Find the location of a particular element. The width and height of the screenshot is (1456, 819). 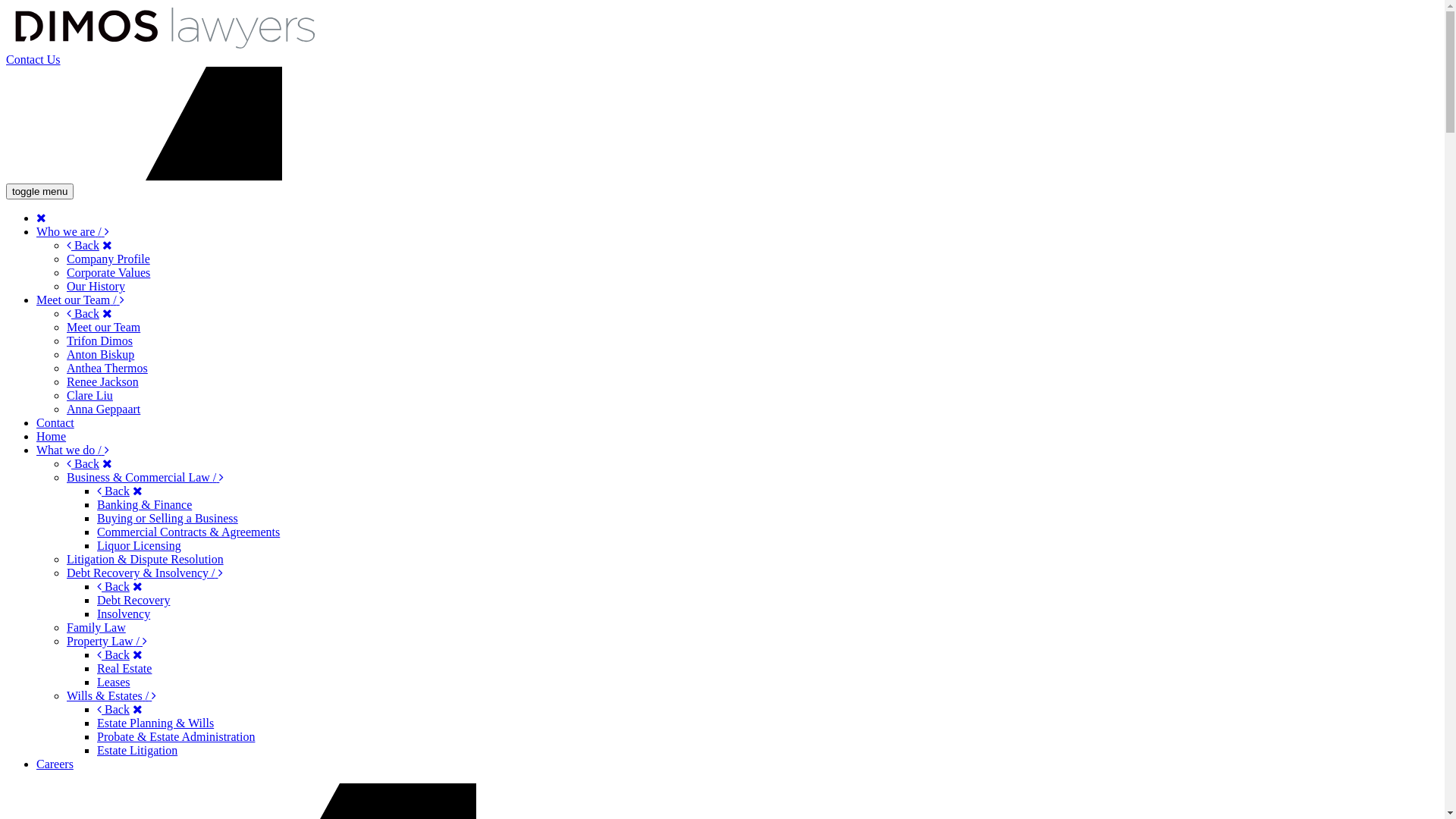

'Corporate Values' is located at coordinates (108, 271).